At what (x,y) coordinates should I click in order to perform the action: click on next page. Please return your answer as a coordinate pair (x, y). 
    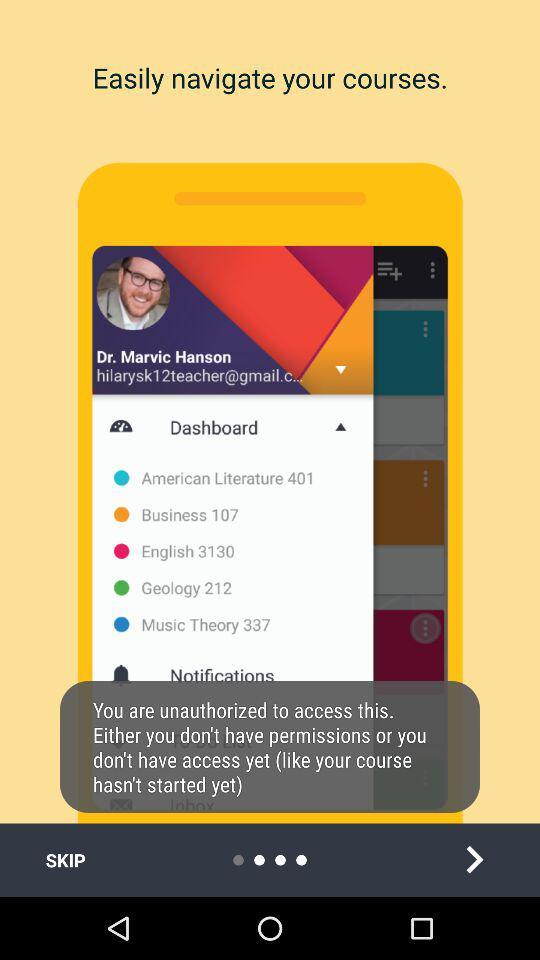
    Looking at the image, I should click on (473, 859).